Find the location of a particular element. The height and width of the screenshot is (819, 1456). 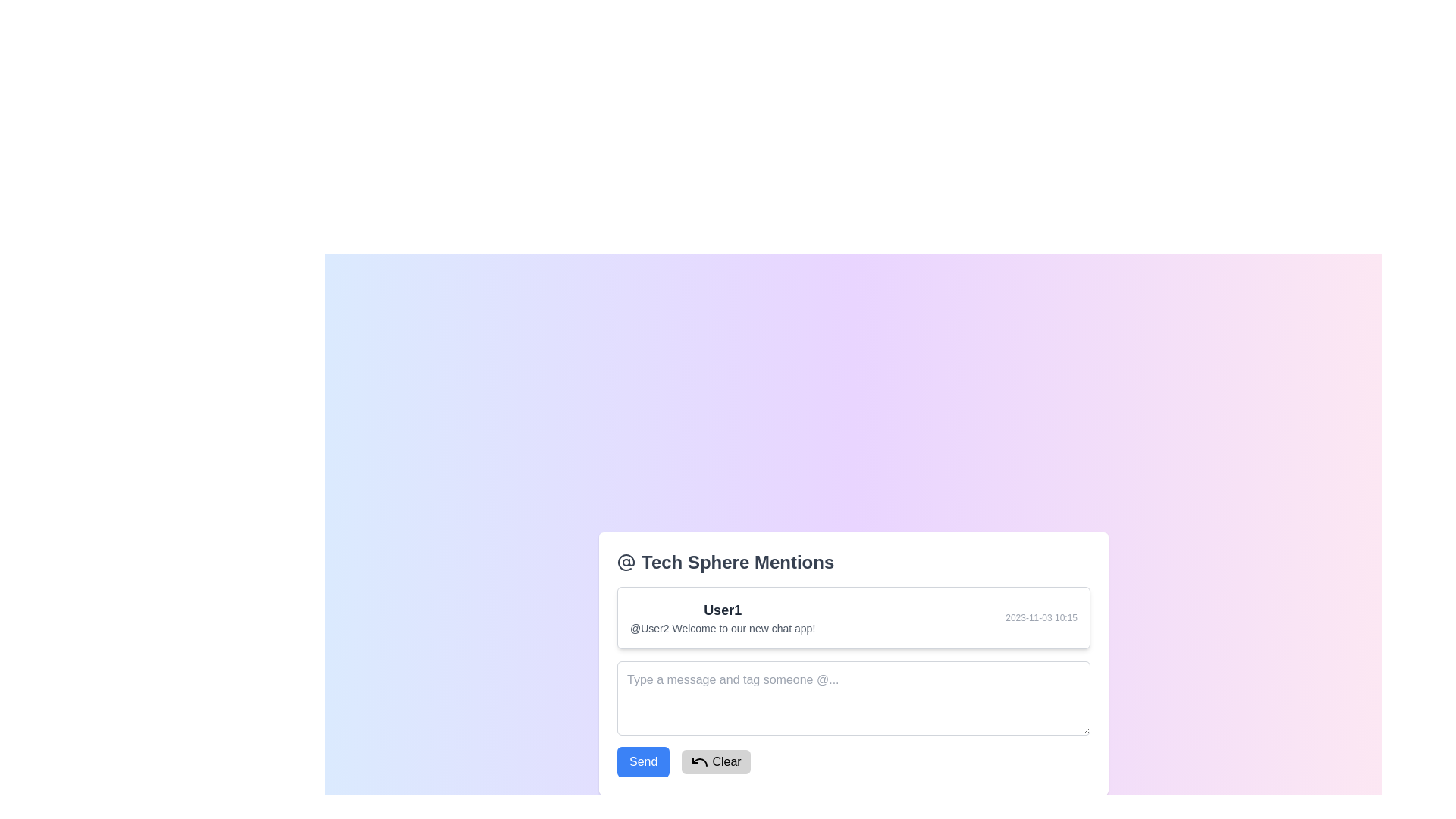

the '@' icon located to the left of the text 'Tech Sphere Mentions', which serves as a branding element in the interface is located at coordinates (626, 561).